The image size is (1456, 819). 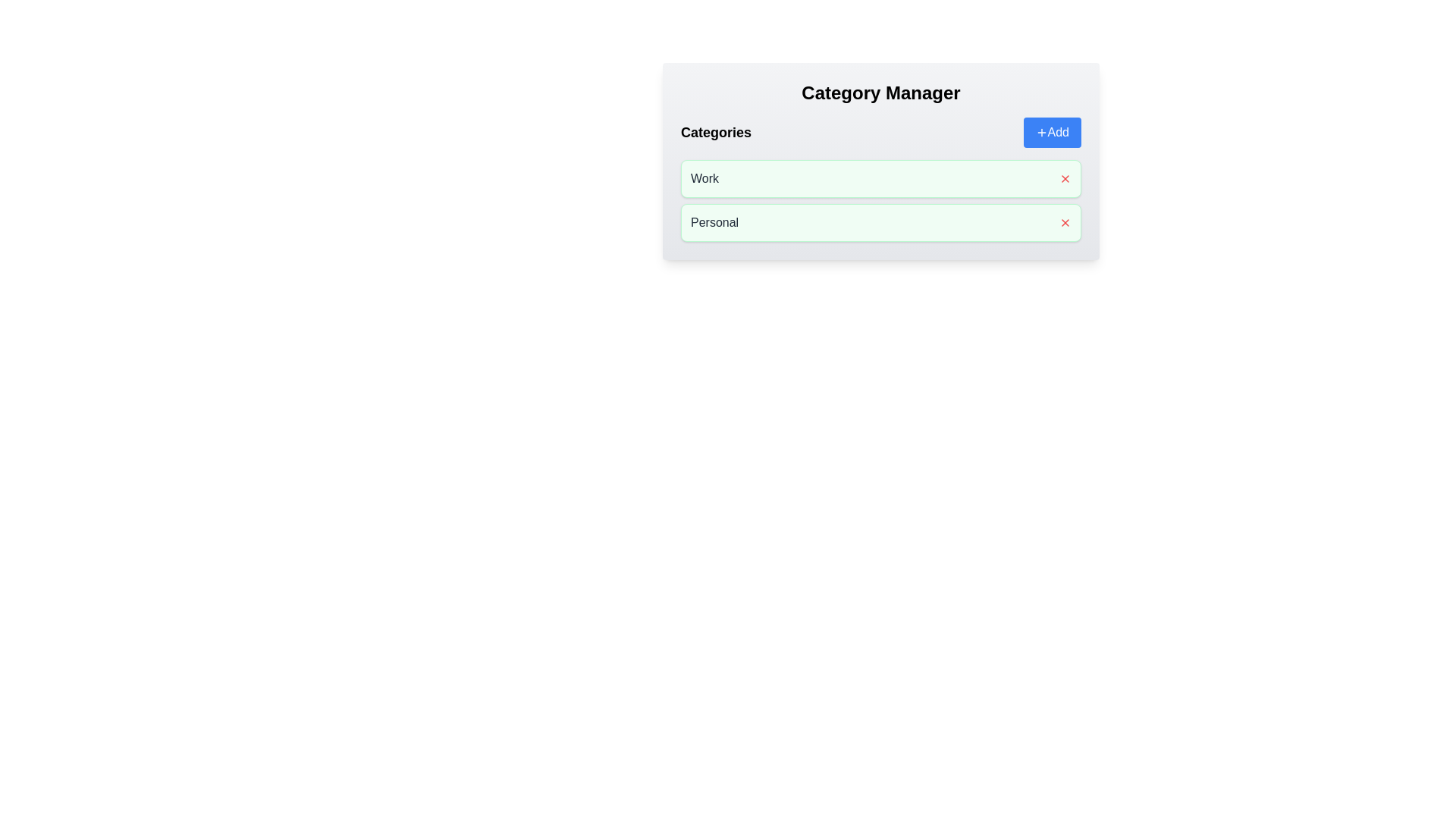 What do you see at coordinates (1065, 222) in the screenshot?
I see `deactivate button (red 'X') next to the category Personal` at bounding box center [1065, 222].